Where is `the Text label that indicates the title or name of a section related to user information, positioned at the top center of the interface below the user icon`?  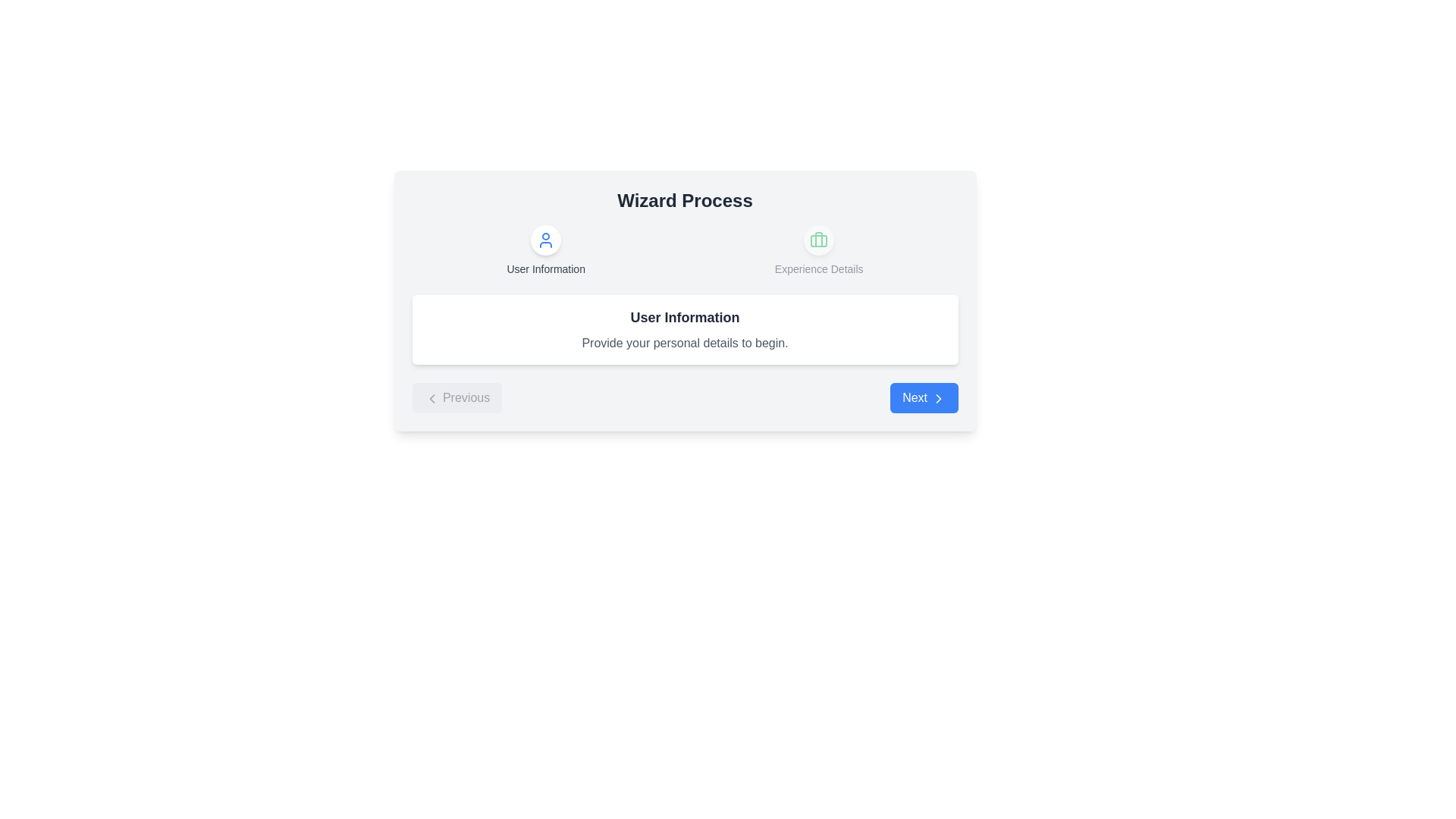
the Text label that indicates the title or name of a section related to user information, positioned at the top center of the interface below the user icon is located at coordinates (546, 268).